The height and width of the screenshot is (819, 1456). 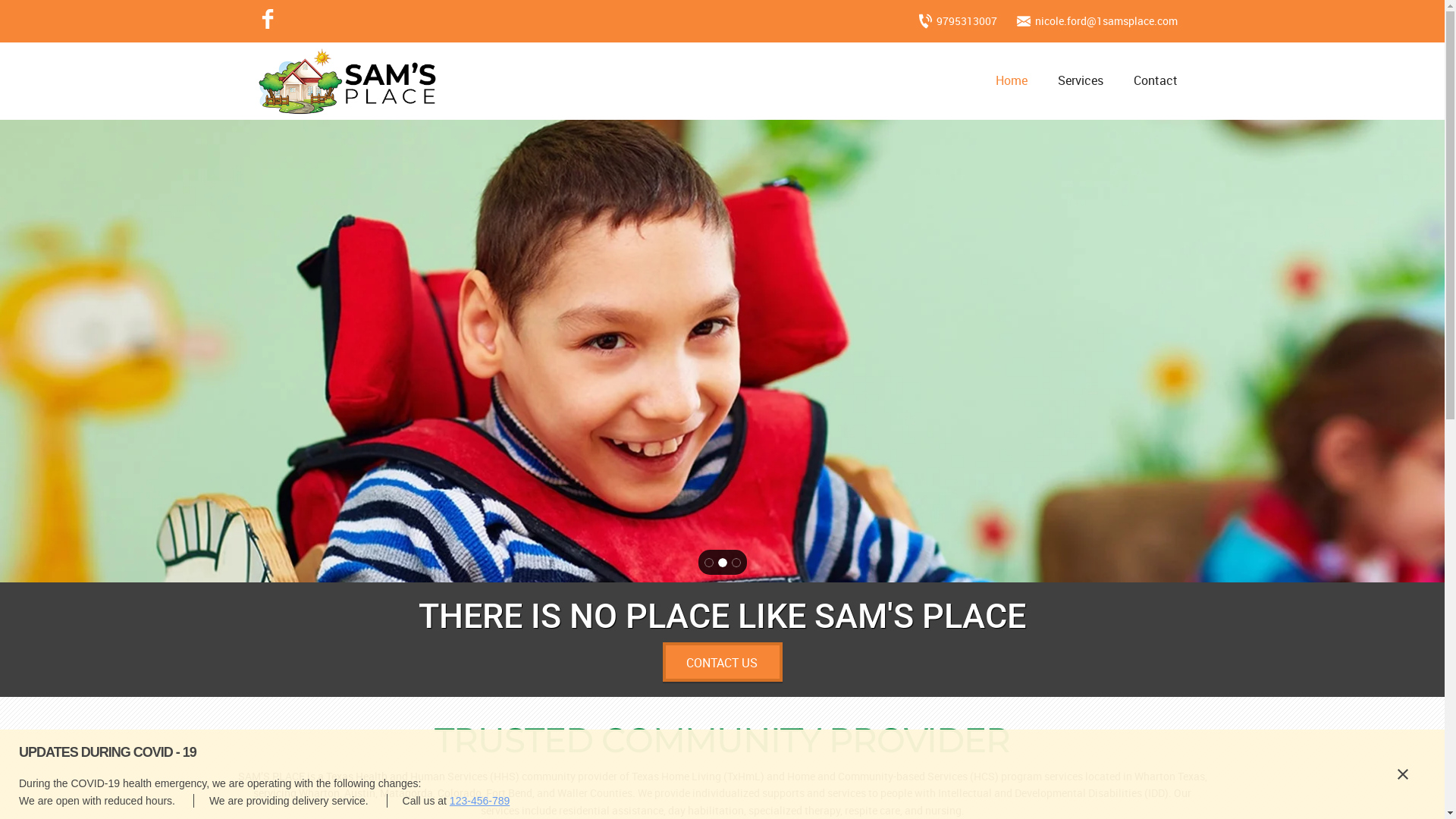 I want to click on 'Go to site home page', so click(x=345, y=81).